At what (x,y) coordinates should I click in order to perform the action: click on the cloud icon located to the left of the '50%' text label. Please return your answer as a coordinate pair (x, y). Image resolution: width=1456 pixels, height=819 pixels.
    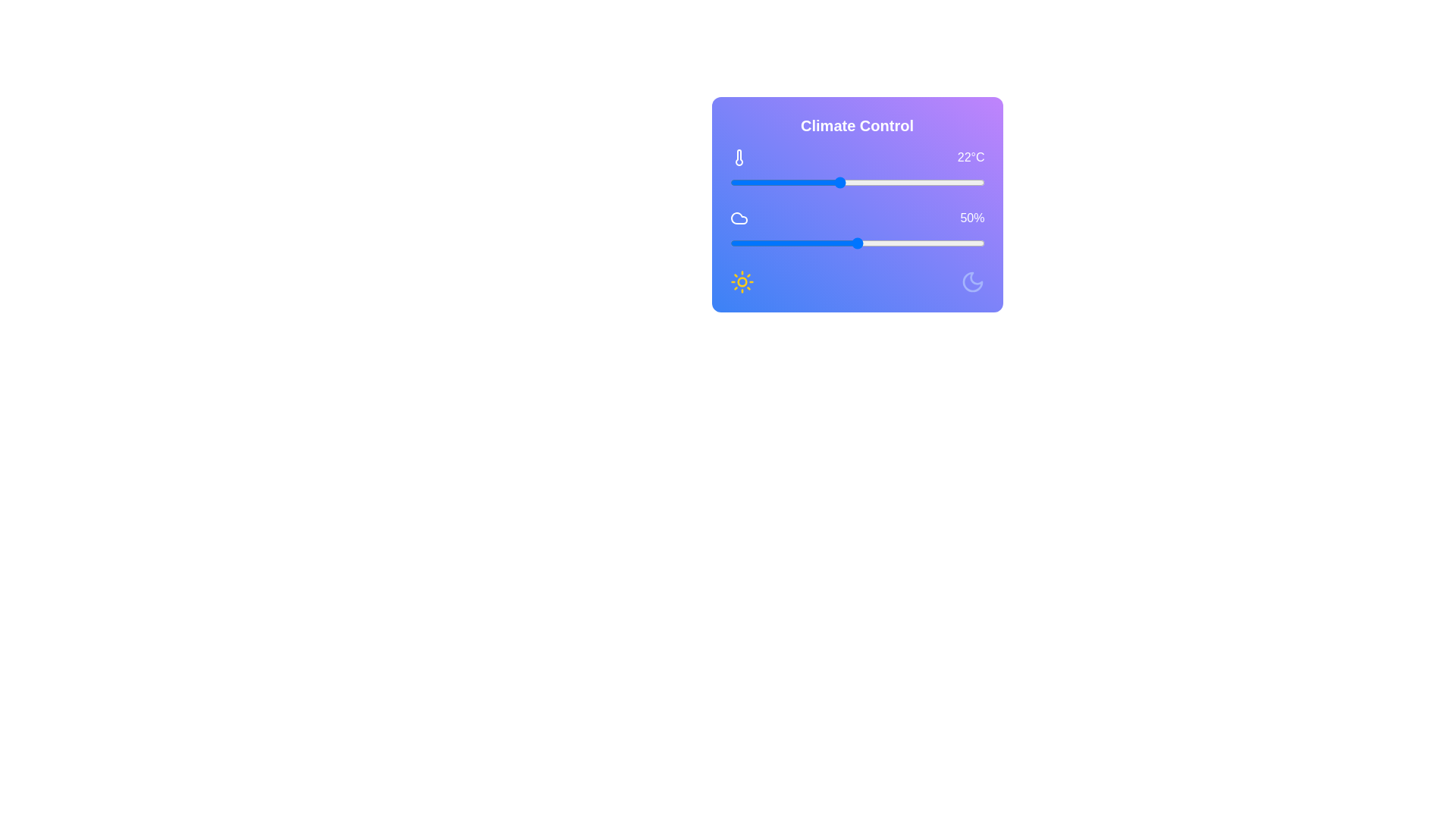
    Looking at the image, I should click on (739, 218).